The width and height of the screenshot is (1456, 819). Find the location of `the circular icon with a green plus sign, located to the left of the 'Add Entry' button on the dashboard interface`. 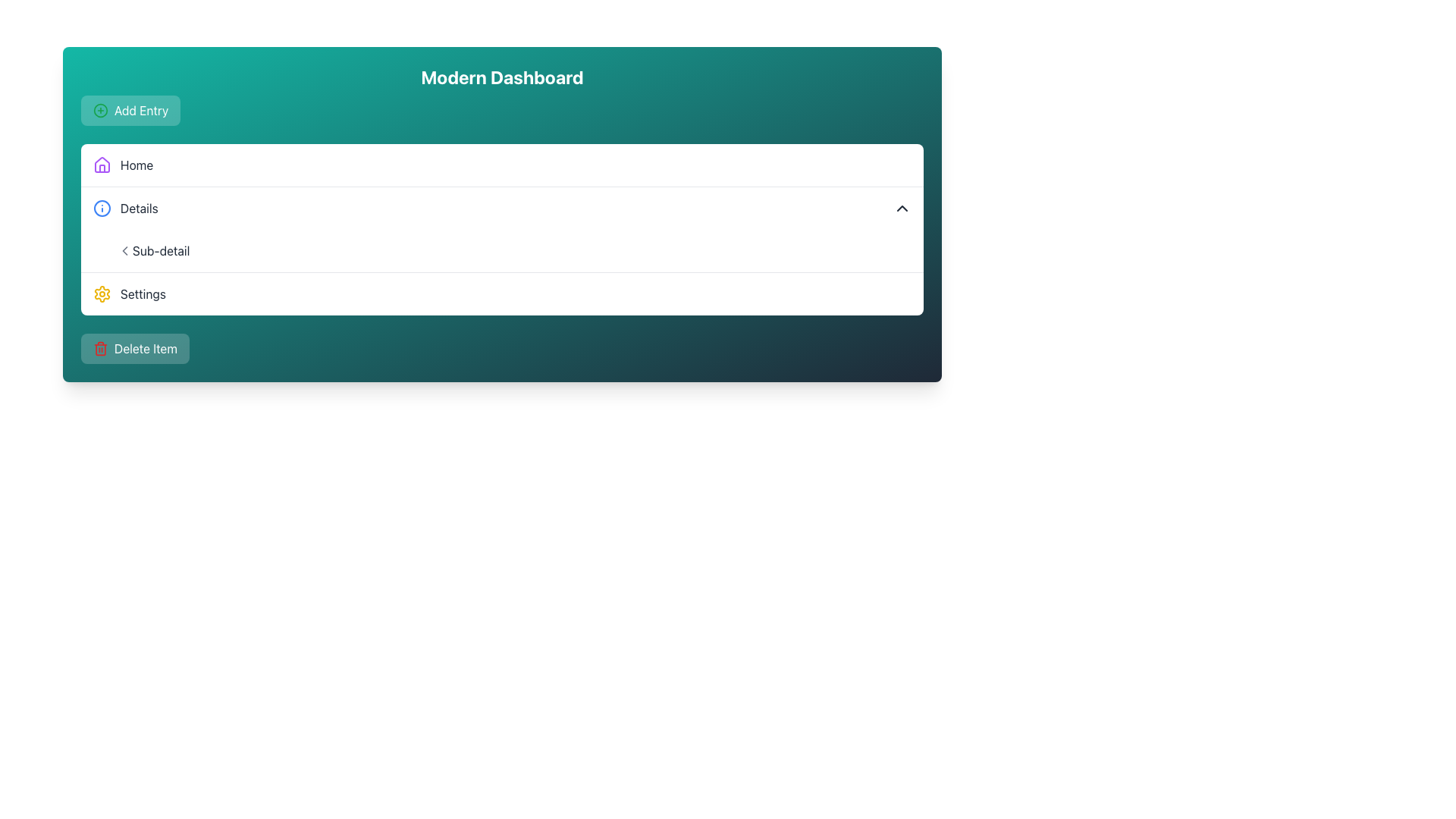

the circular icon with a green plus sign, located to the left of the 'Add Entry' button on the dashboard interface is located at coordinates (100, 110).